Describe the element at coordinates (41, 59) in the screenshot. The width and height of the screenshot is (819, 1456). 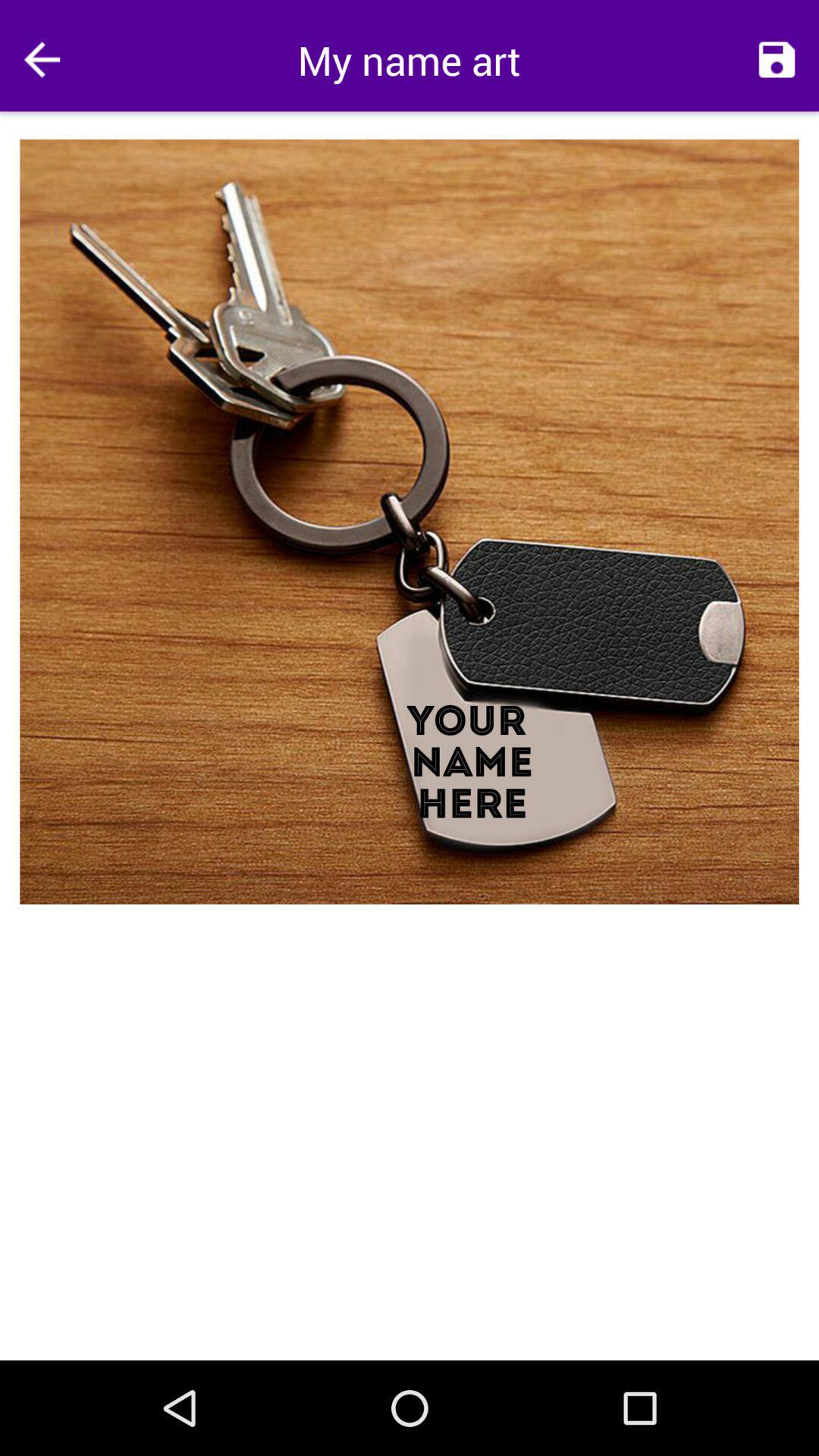
I see `item to the left of the my name art item` at that location.